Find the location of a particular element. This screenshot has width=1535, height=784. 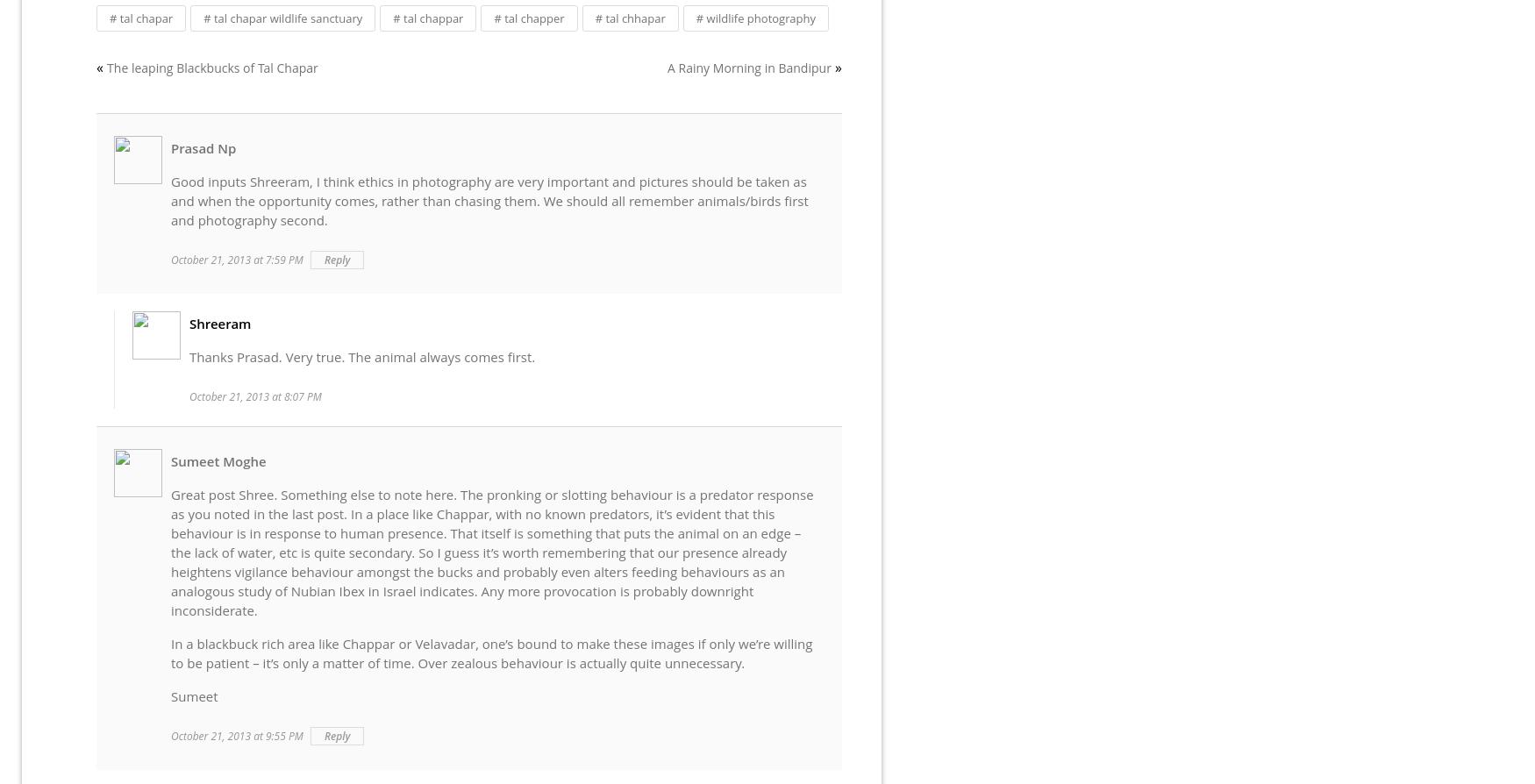

'Good inputs Shreeram, I think ethics in photography are very important and pictures should be taken as and when the opportunity comes, rather than chasing them. We should all remember animals/birds first and photography second.' is located at coordinates (489, 200).